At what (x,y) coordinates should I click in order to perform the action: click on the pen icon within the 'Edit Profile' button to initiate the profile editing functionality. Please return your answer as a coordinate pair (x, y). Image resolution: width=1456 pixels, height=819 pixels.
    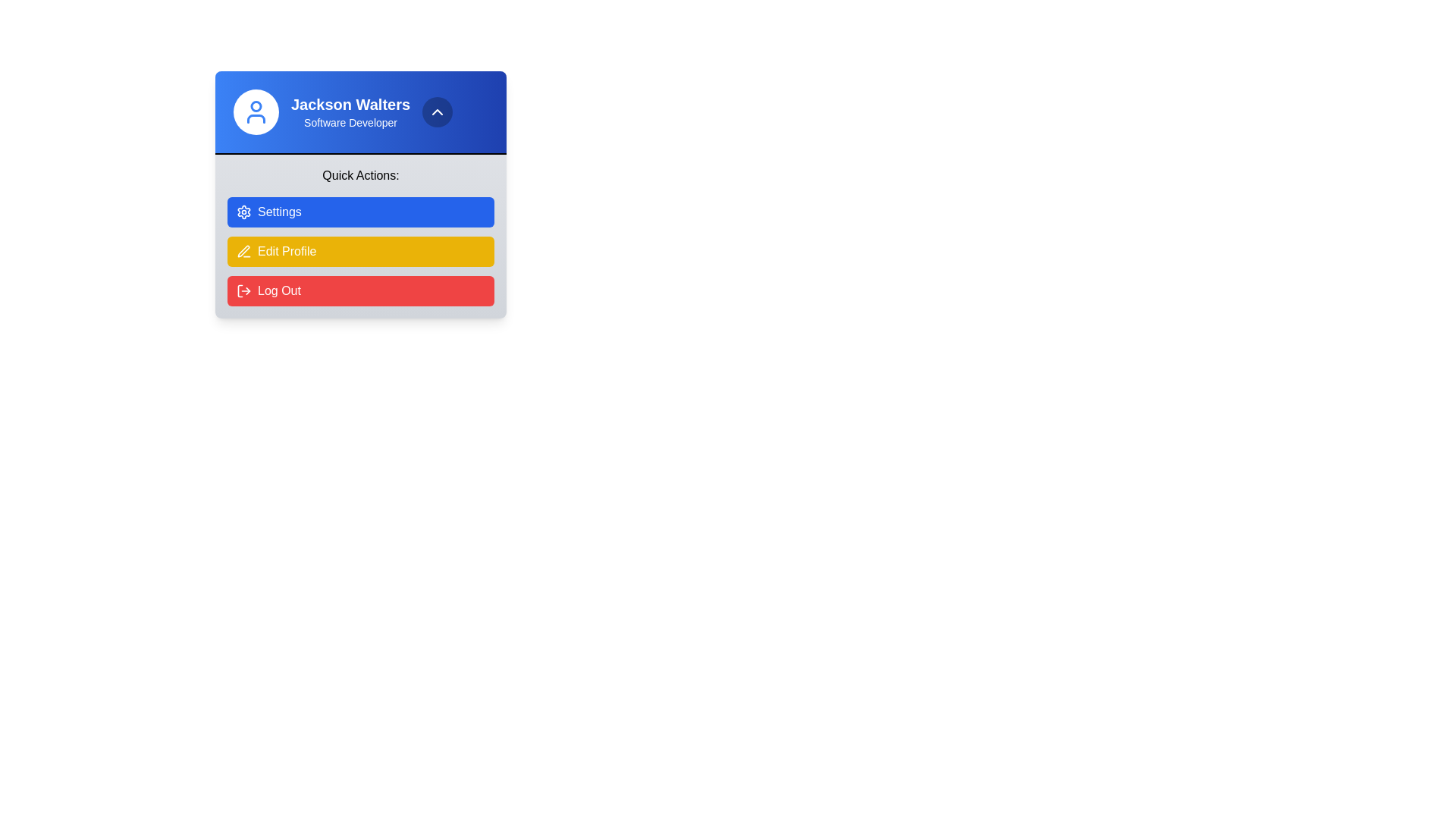
    Looking at the image, I should click on (243, 250).